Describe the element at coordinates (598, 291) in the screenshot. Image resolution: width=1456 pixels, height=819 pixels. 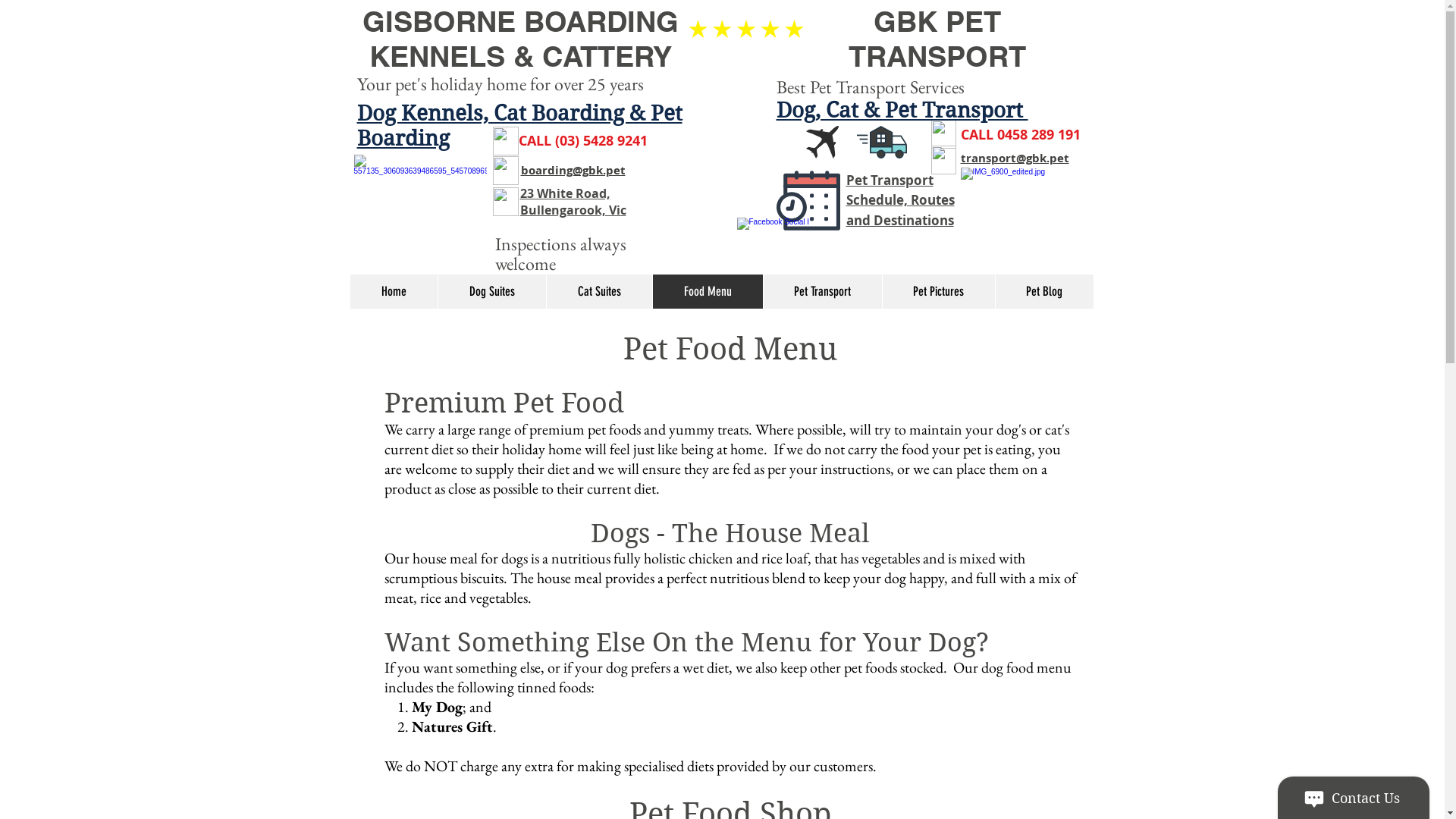
I see `'Cat Suites'` at that location.